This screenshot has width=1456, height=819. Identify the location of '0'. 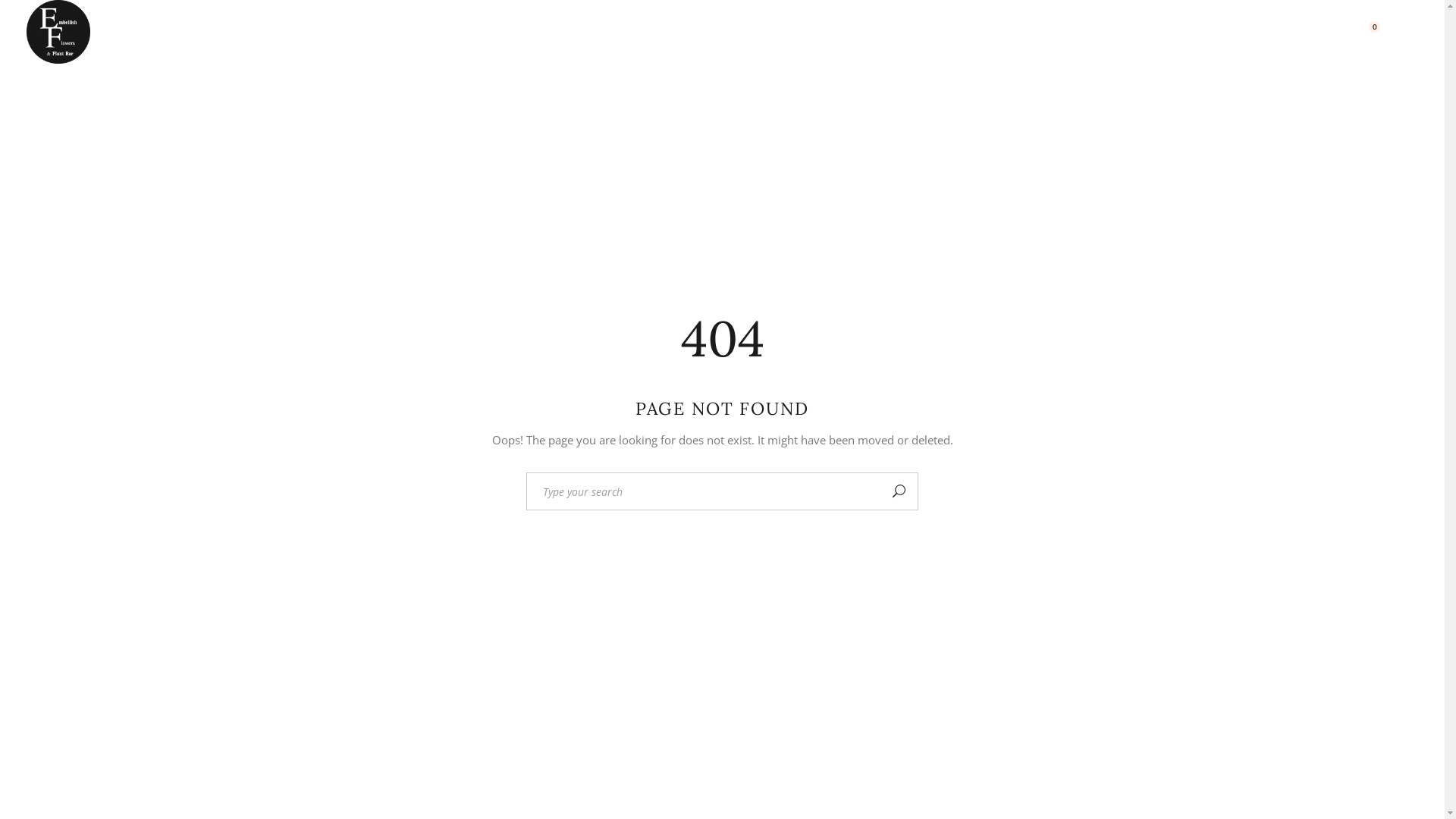
(1367, 32).